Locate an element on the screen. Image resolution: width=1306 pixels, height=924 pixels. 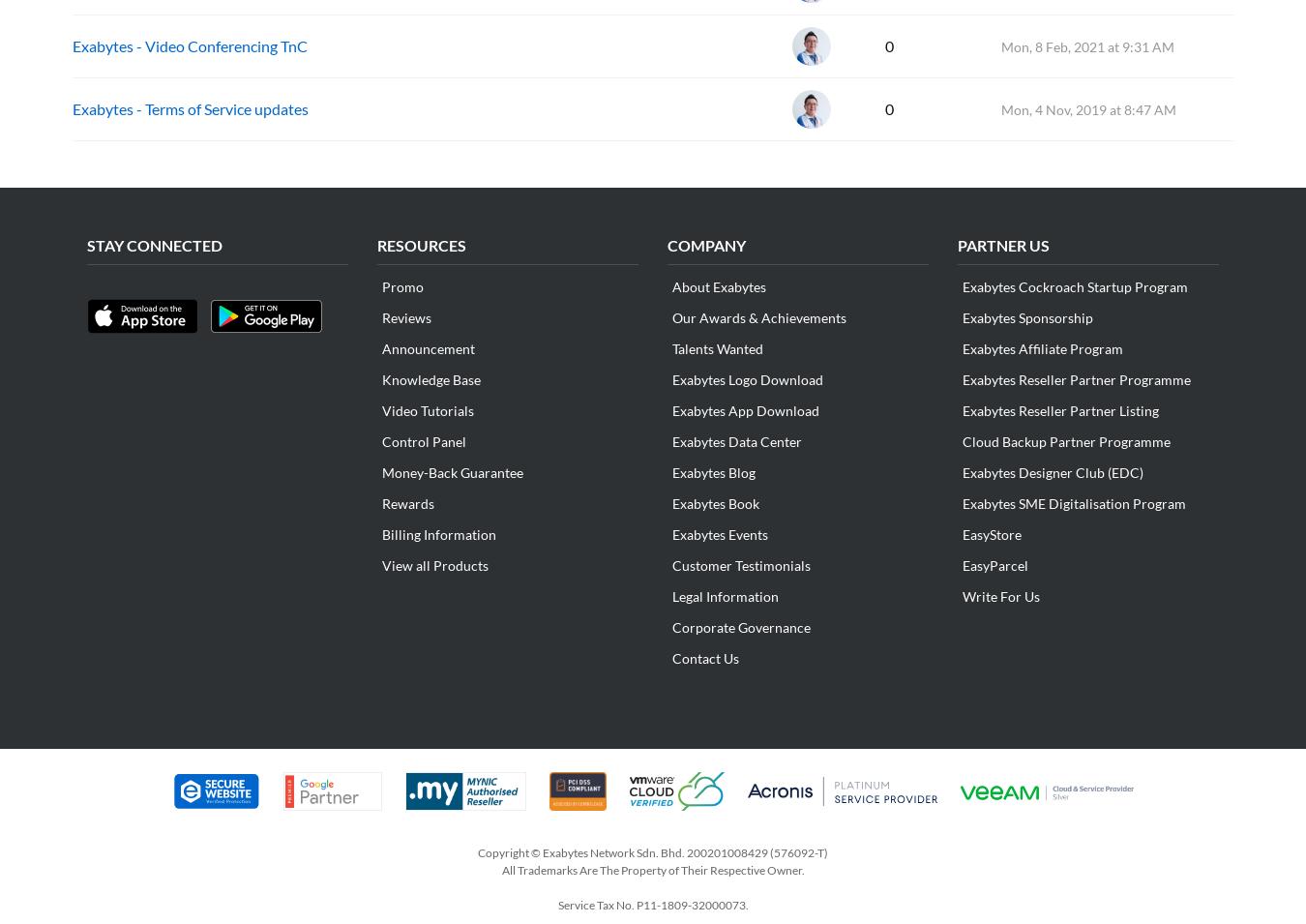
'Copyright © Exabytes Network Sdn. Bhd. 200201008429 (576092-T)' is located at coordinates (653, 852).